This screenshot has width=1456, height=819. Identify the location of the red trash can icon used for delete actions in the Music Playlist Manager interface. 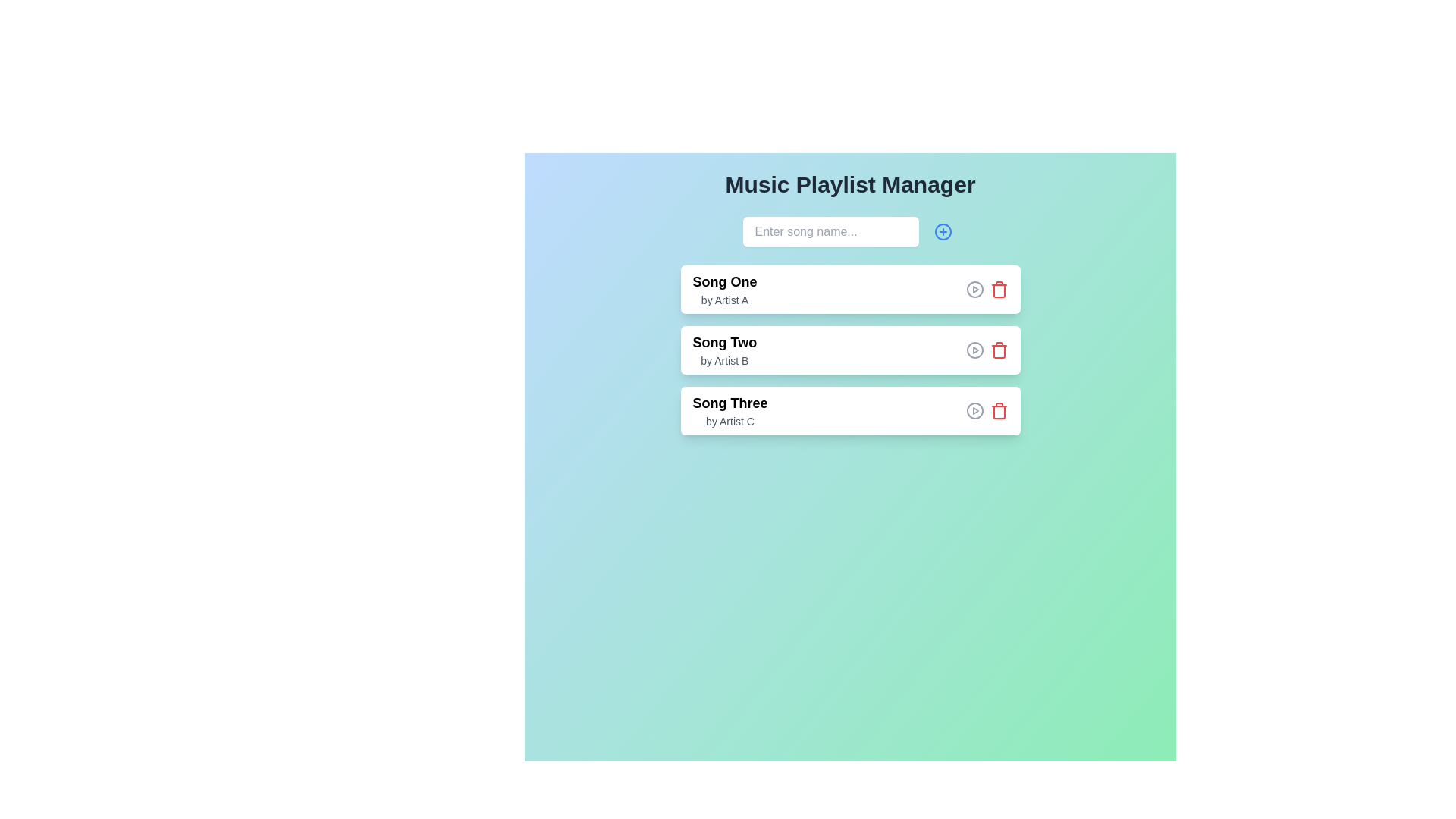
(999, 289).